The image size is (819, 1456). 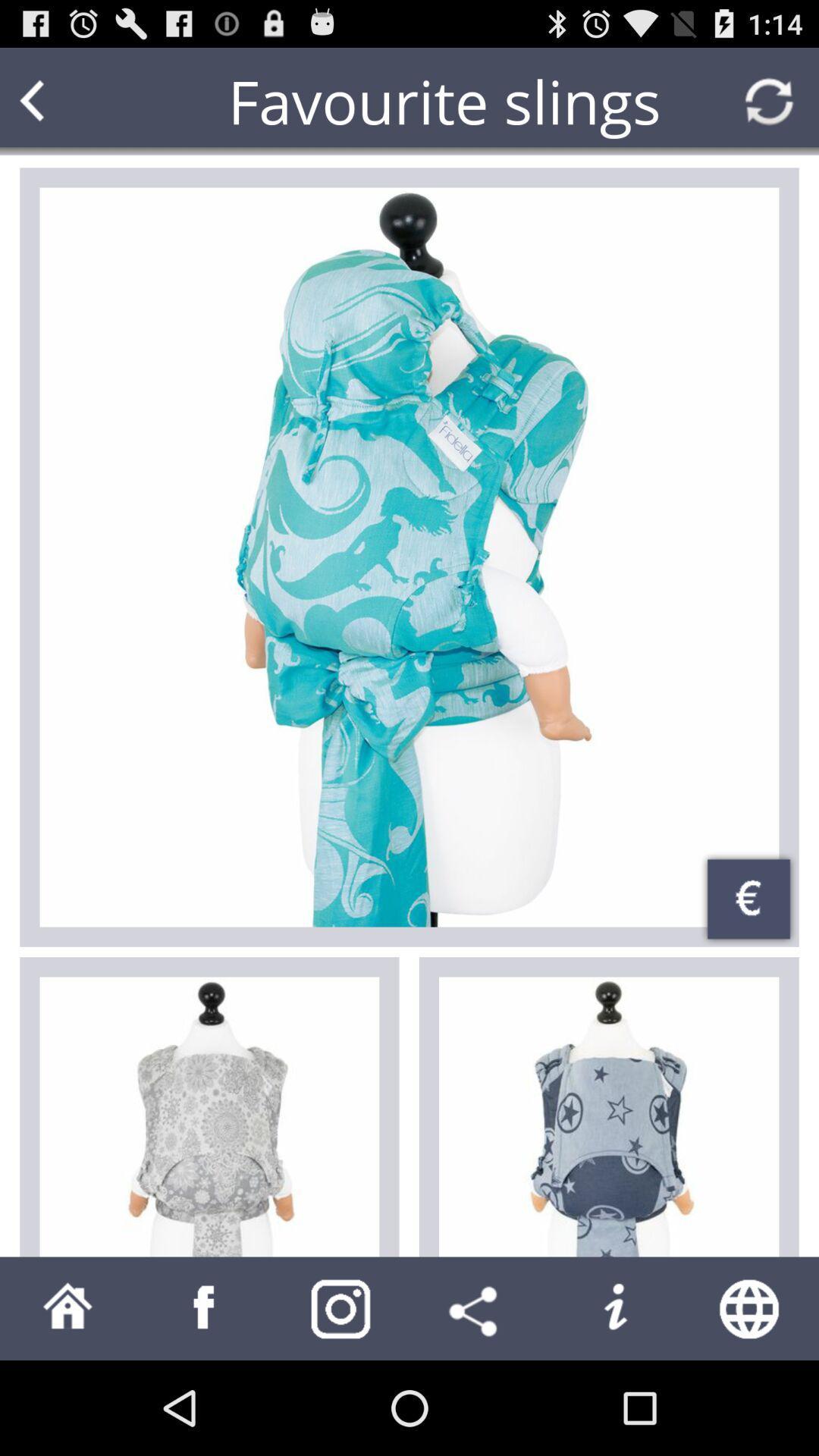 What do you see at coordinates (476, 1400) in the screenshot?
I see `the share icon` at bounding box center [476, 1400].